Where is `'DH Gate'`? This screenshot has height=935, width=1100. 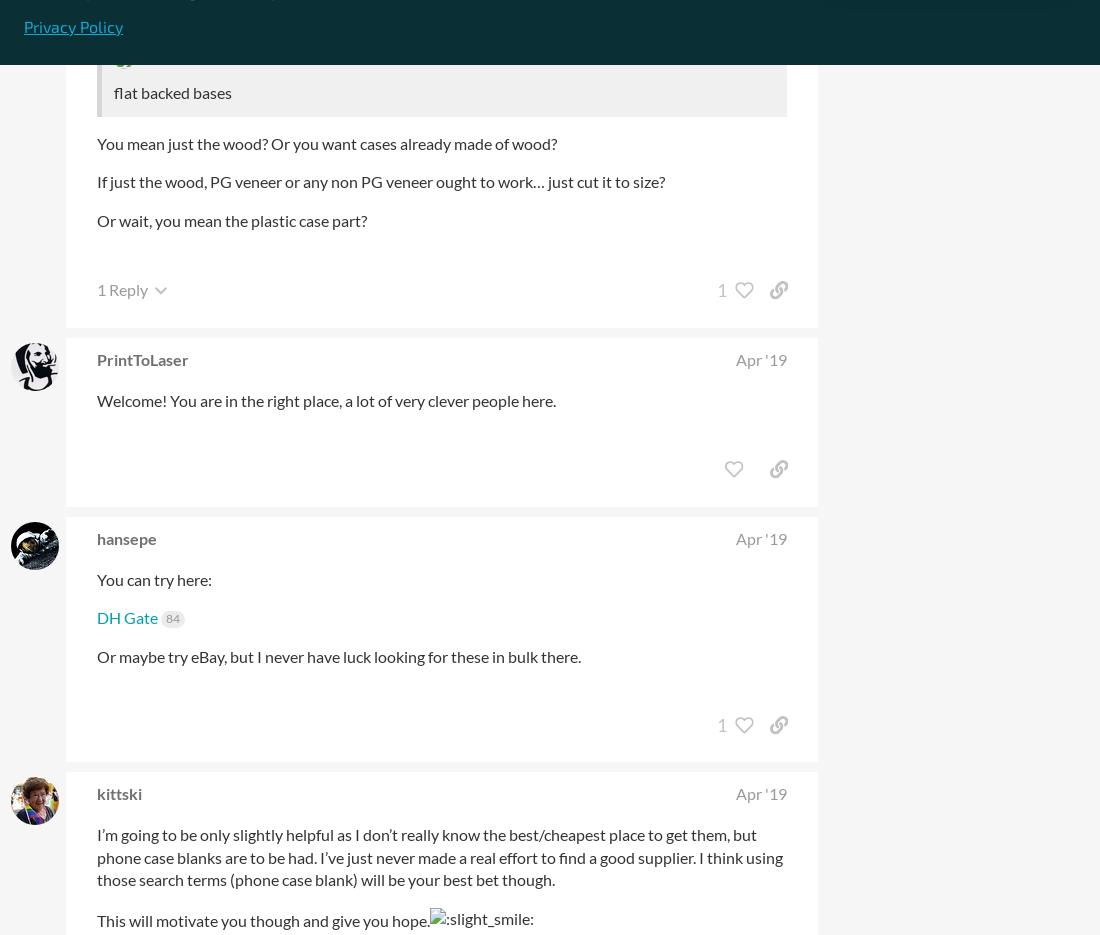
'DH Gate' is located at coordinates (127, 616).